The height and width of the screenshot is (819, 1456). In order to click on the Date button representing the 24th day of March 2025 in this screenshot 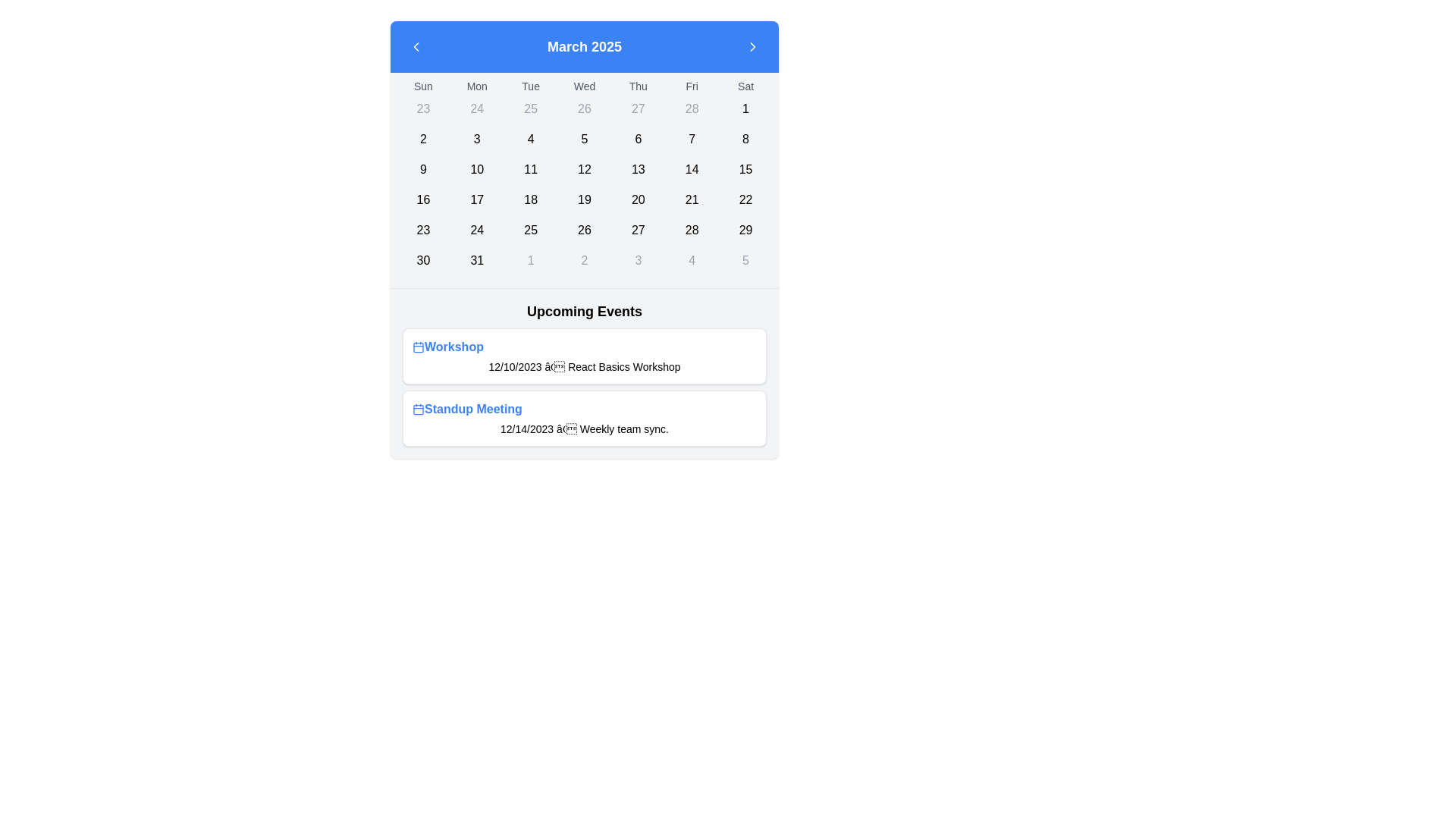, I will do `click(476, 108)`.